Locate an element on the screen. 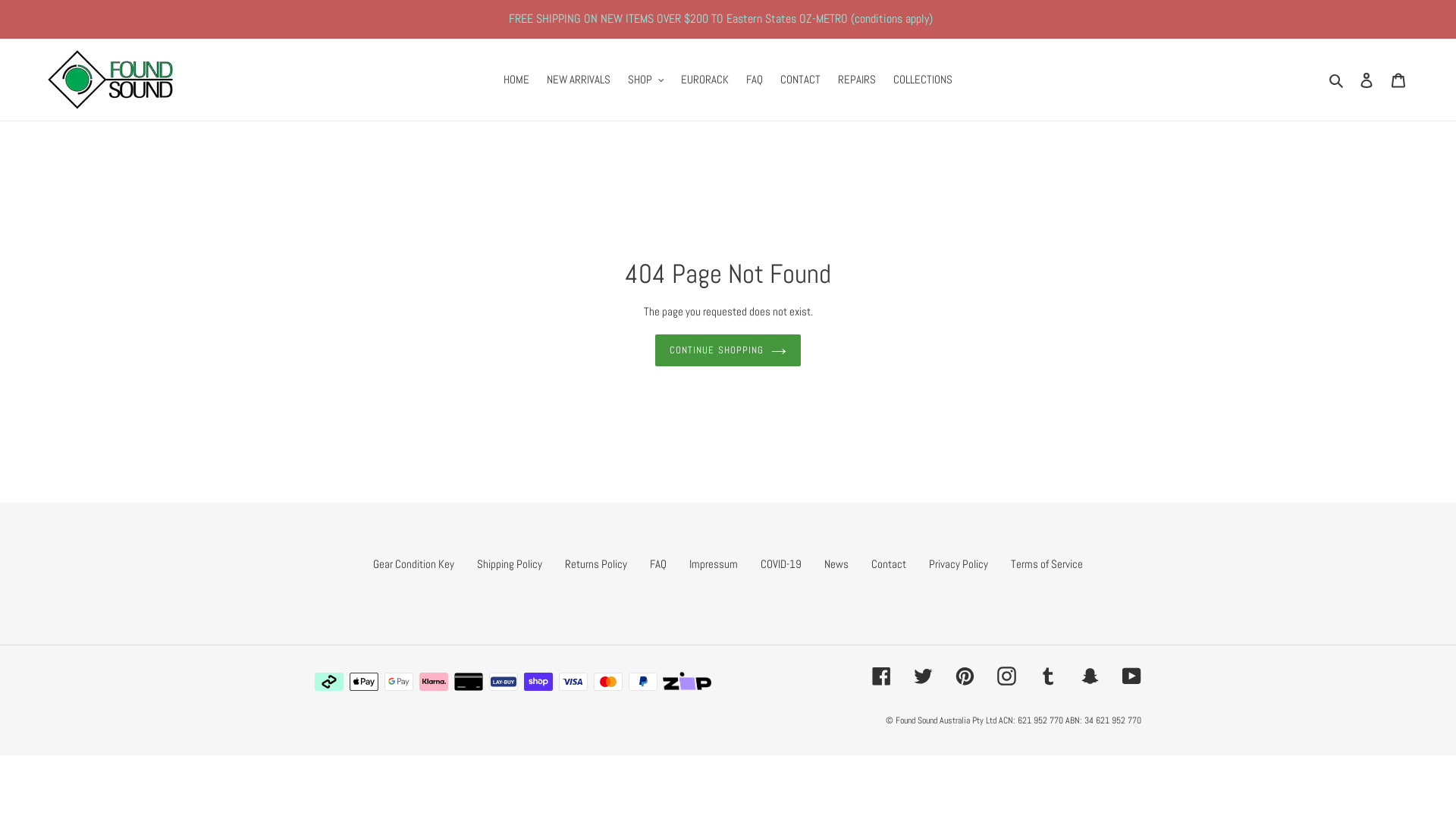 The height and width of the screenshot is (819, 1456). 'Instagram' is located at coordinates (1006, 675).